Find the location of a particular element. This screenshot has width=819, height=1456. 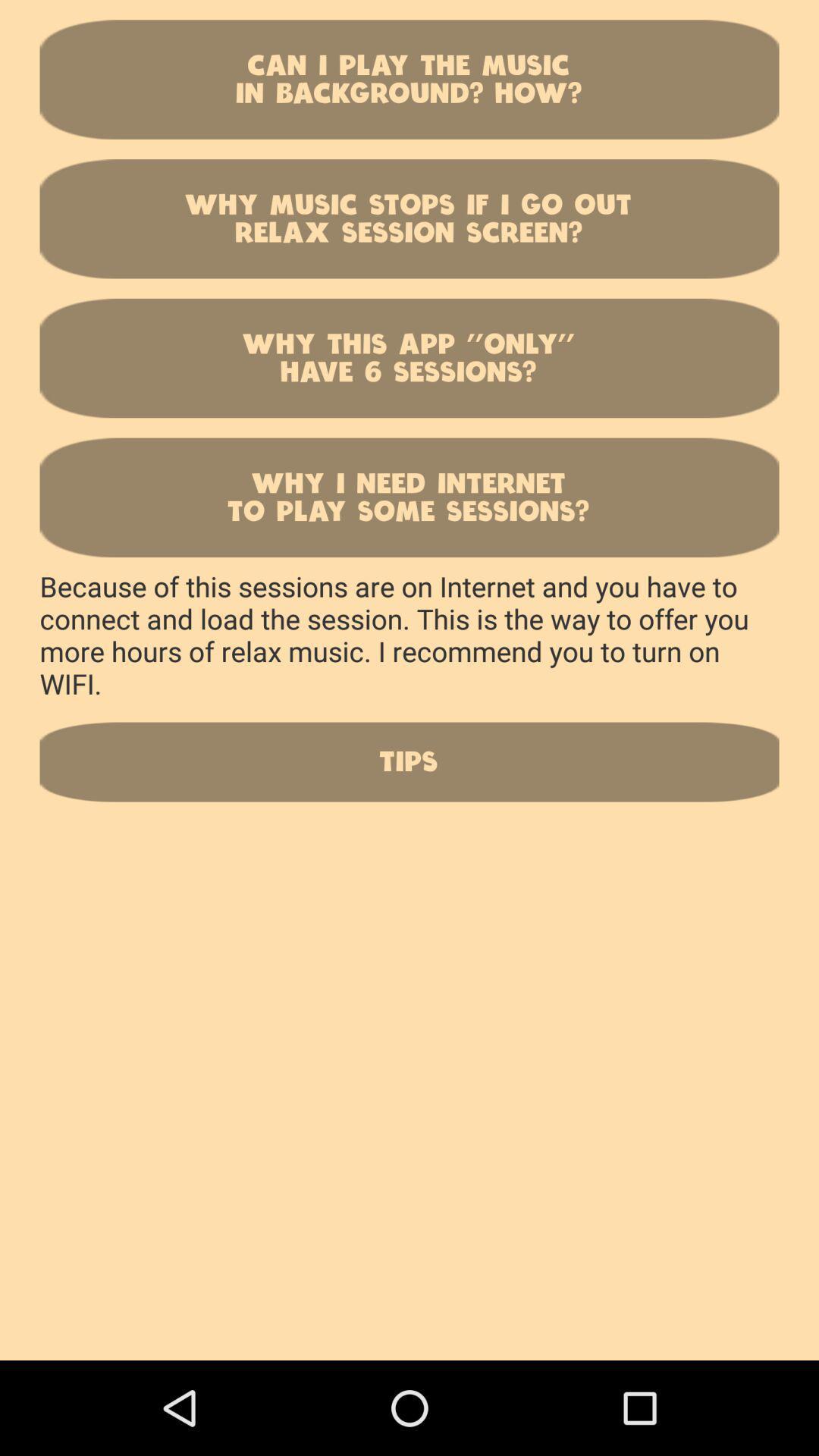

icon below can i play button is located at coordinates (409, 218).